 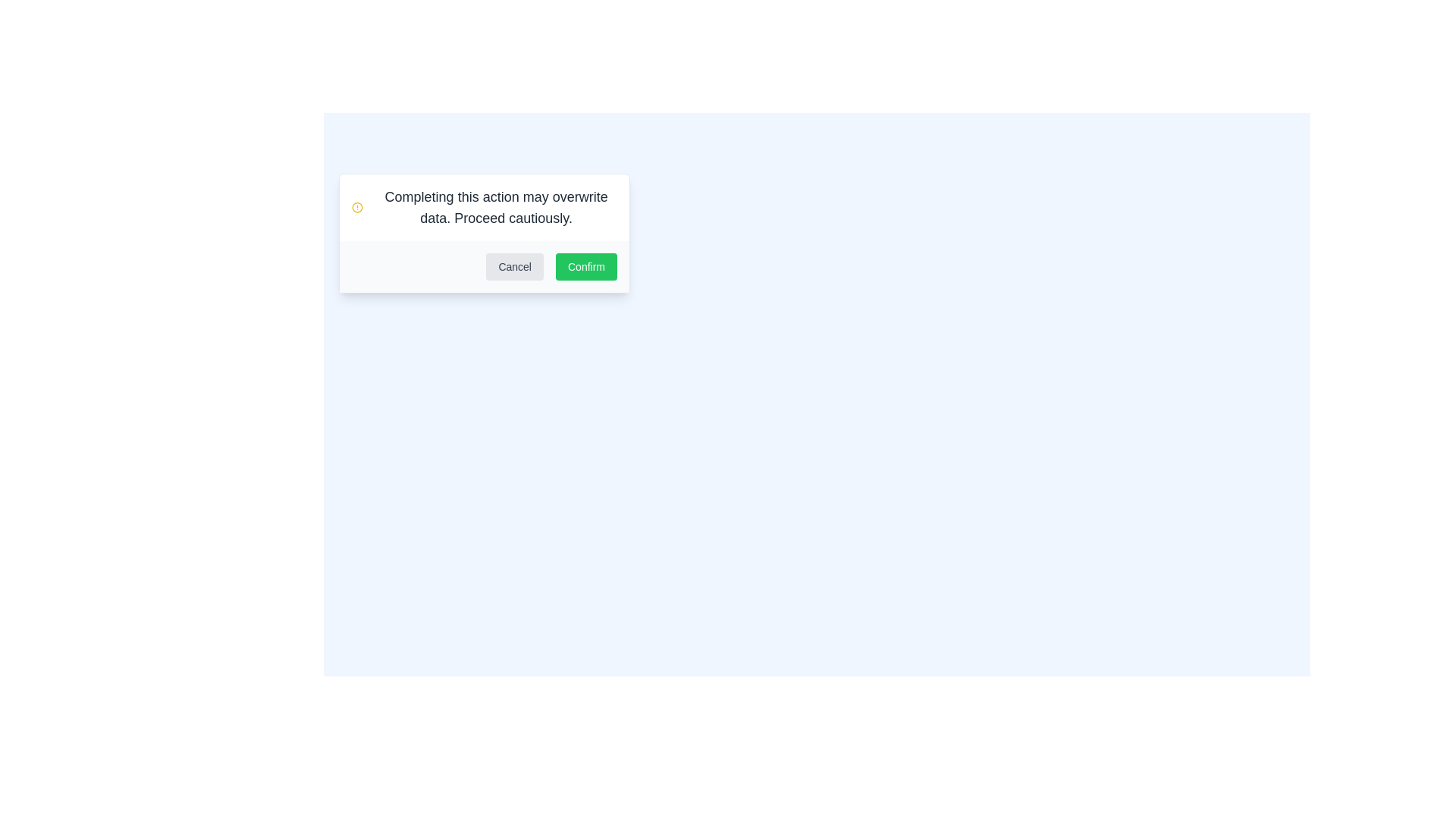 What do you see at coordinates (483, 207) in the screenshot?
I see `the alert message that warns about data overwriting, which contains the text 'Completing this action may overwrite data. Proceed cautiously.' and features a yellow circular alert icon` at bounding box center [483, 207].